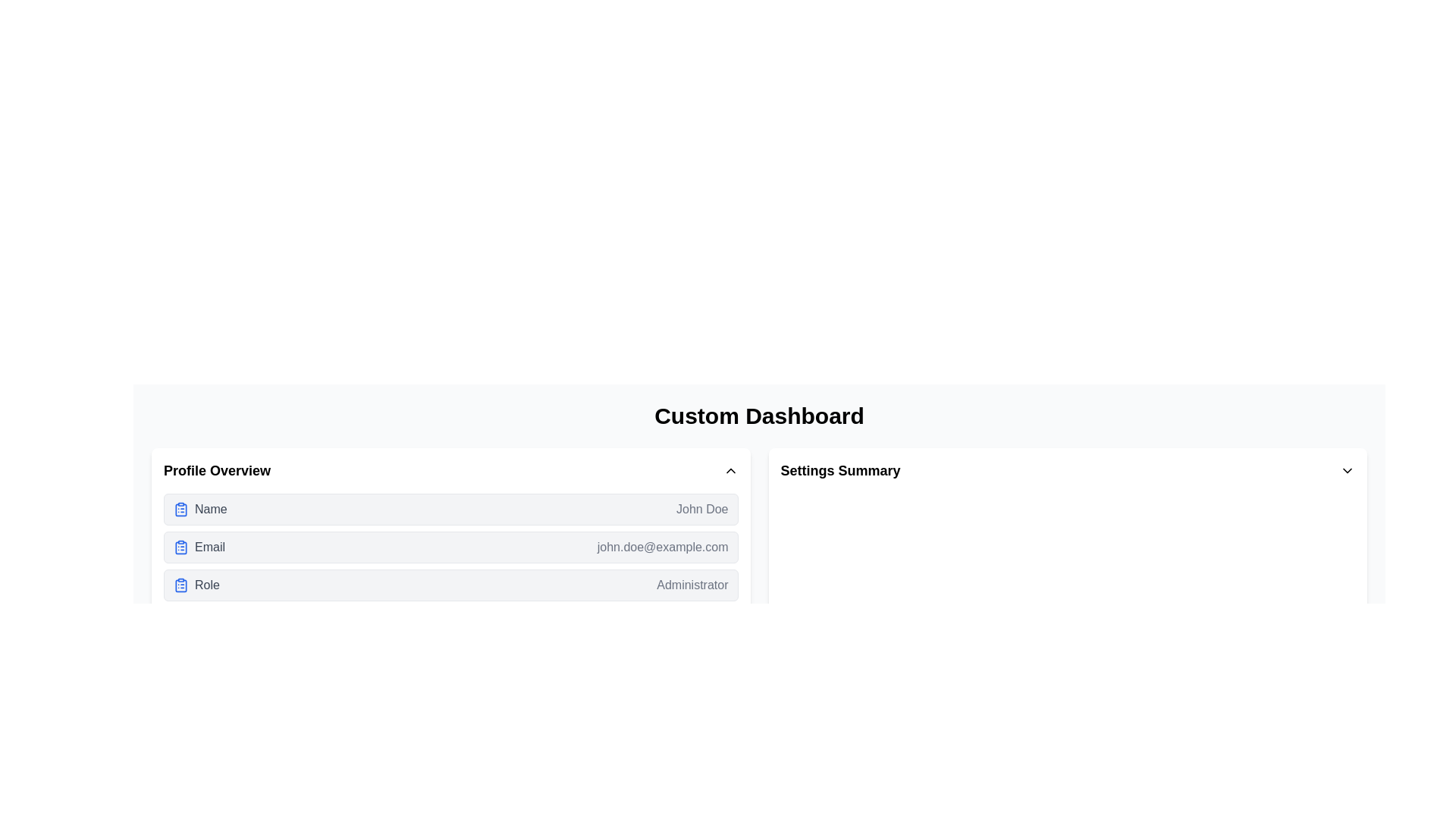 The image size is (1456, 819). I want to click on the 'Role' label in the 'Profile Overview' section, located to the right of the clipboard icon, so click(206, 584).